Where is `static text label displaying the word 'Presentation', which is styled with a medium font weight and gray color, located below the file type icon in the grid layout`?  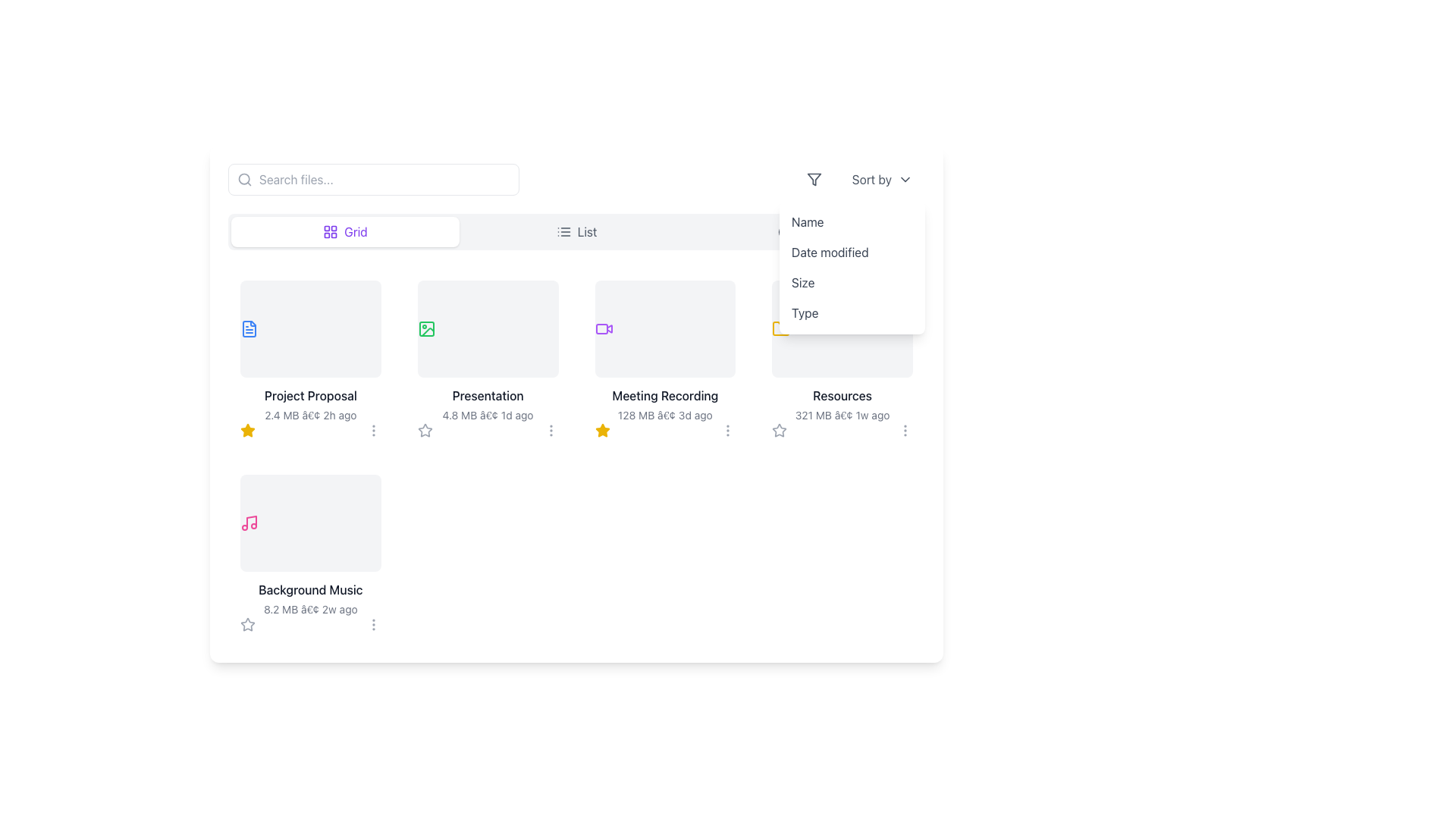
static text label displaying the word 'Presentation', which is styled with a medium font weight and gray color, located below the file type icon in the grid layout is located at coordinates (488, 394).